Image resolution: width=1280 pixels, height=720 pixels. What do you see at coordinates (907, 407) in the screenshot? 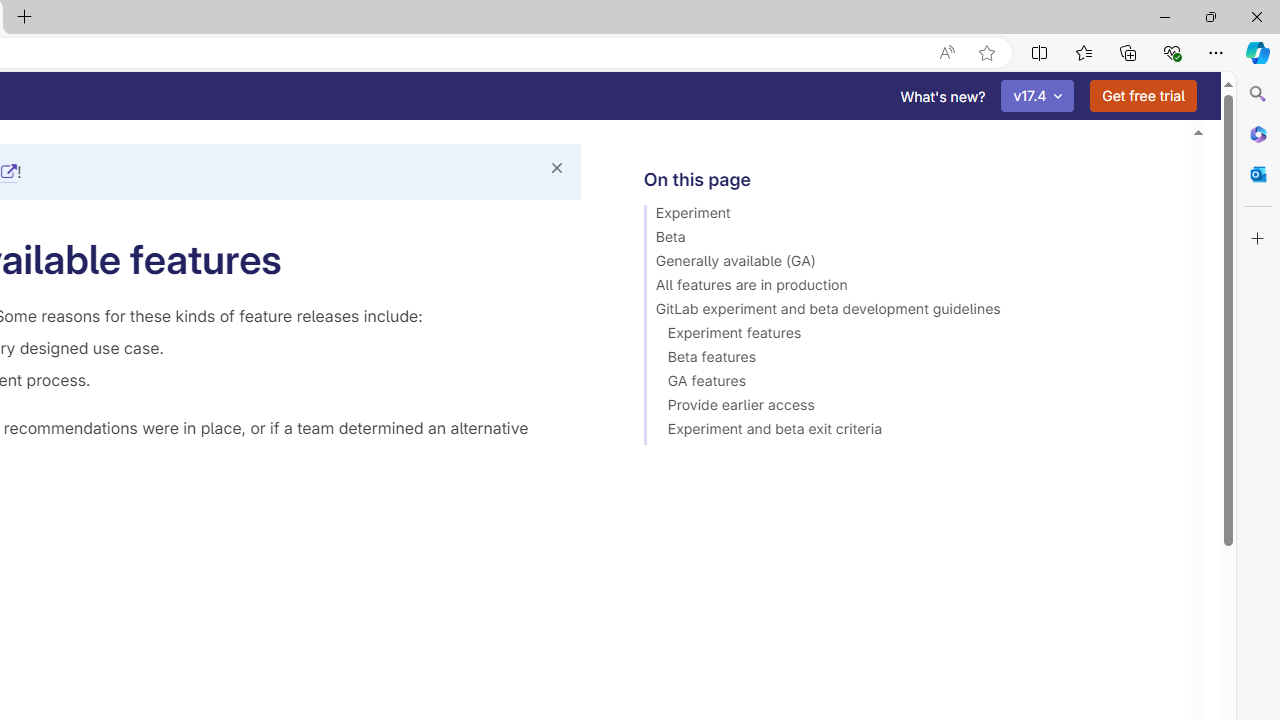
I see `'Provide earlier access'` at bounding box center [907, 407].